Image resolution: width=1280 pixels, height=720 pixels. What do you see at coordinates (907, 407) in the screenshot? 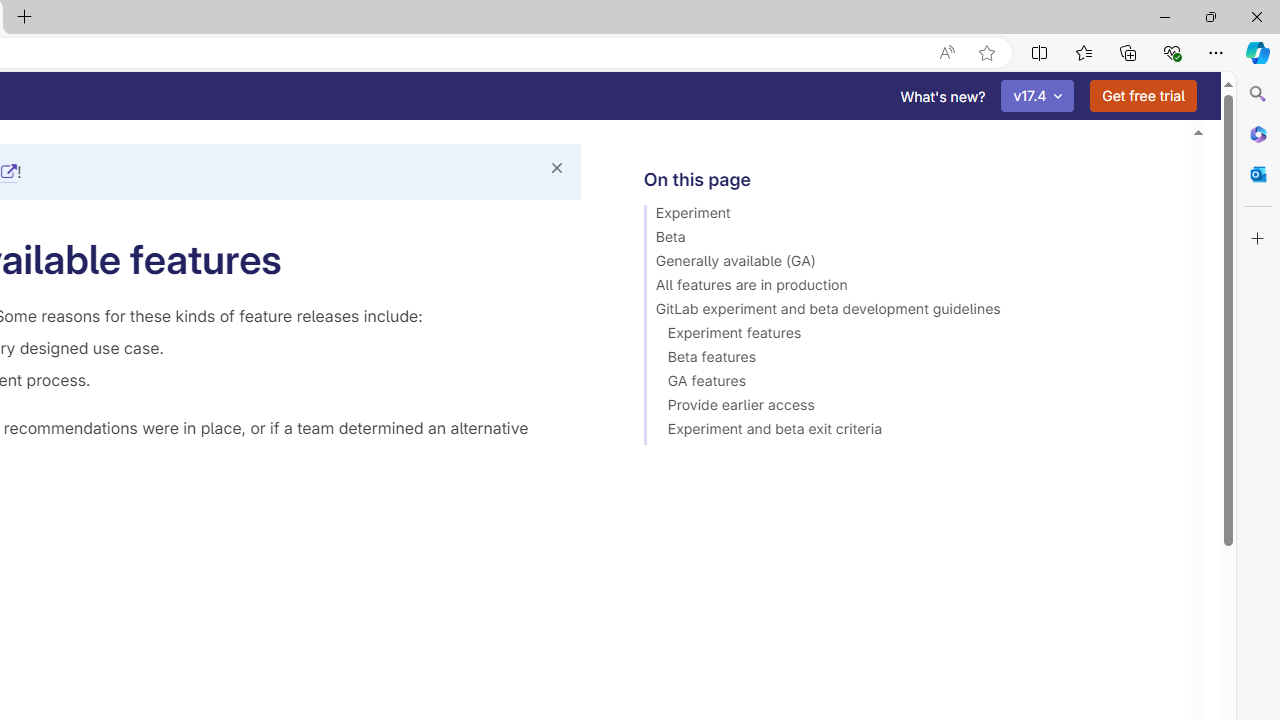
I see `'Provide earlier access'` at bounding box center [907, 407].